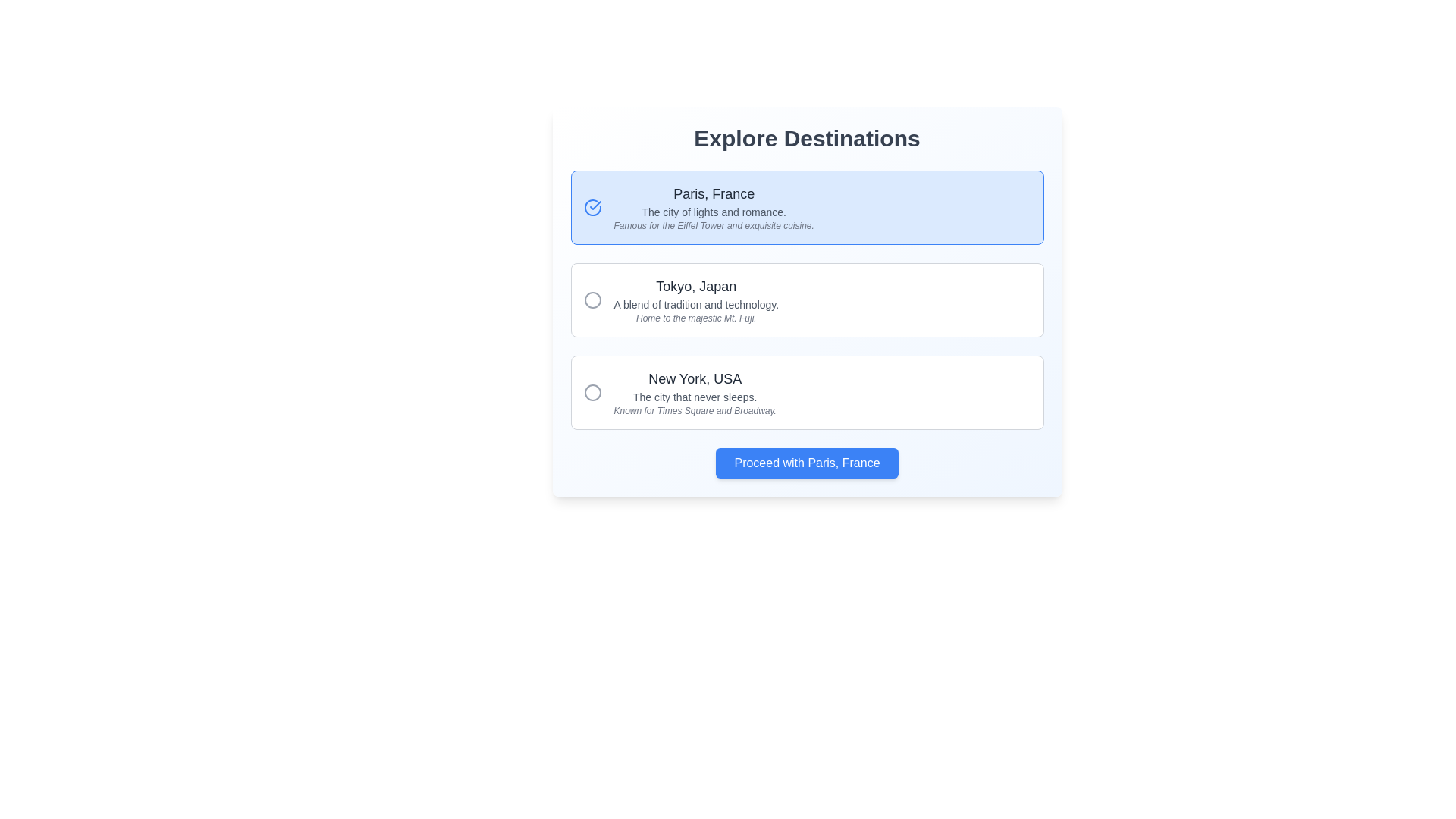 This screenshot has width=1456, height=819. What do you see at coordinates (591, 300) in the screenshot?
I see `the SVG circle element with a stroke outline located near the 'Tokyo, Japan' option in the middle list item` at bounding box center [591, 300].